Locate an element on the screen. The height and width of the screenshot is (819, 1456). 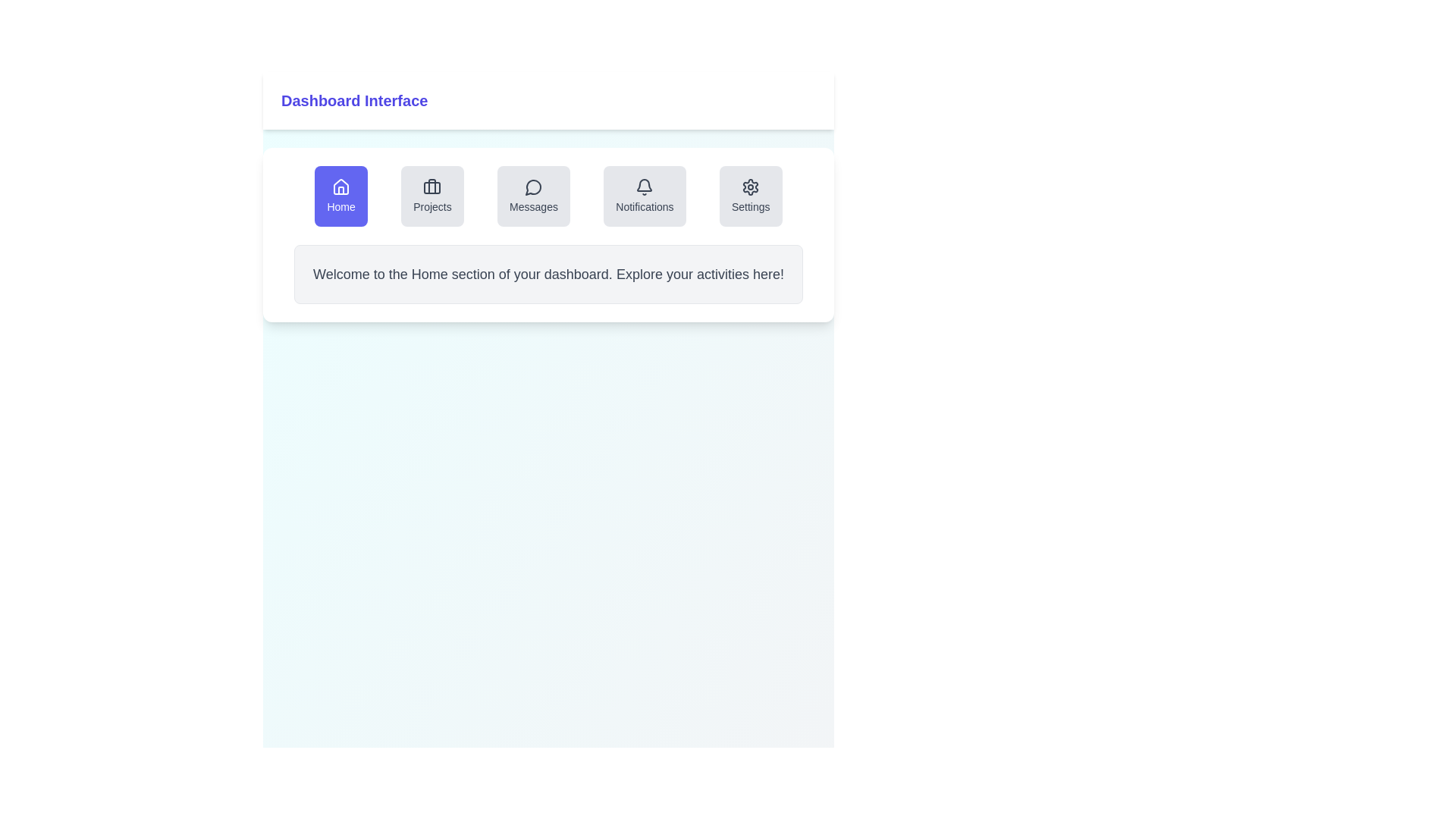
the 'Home' button is located at coordinates (340, 195).